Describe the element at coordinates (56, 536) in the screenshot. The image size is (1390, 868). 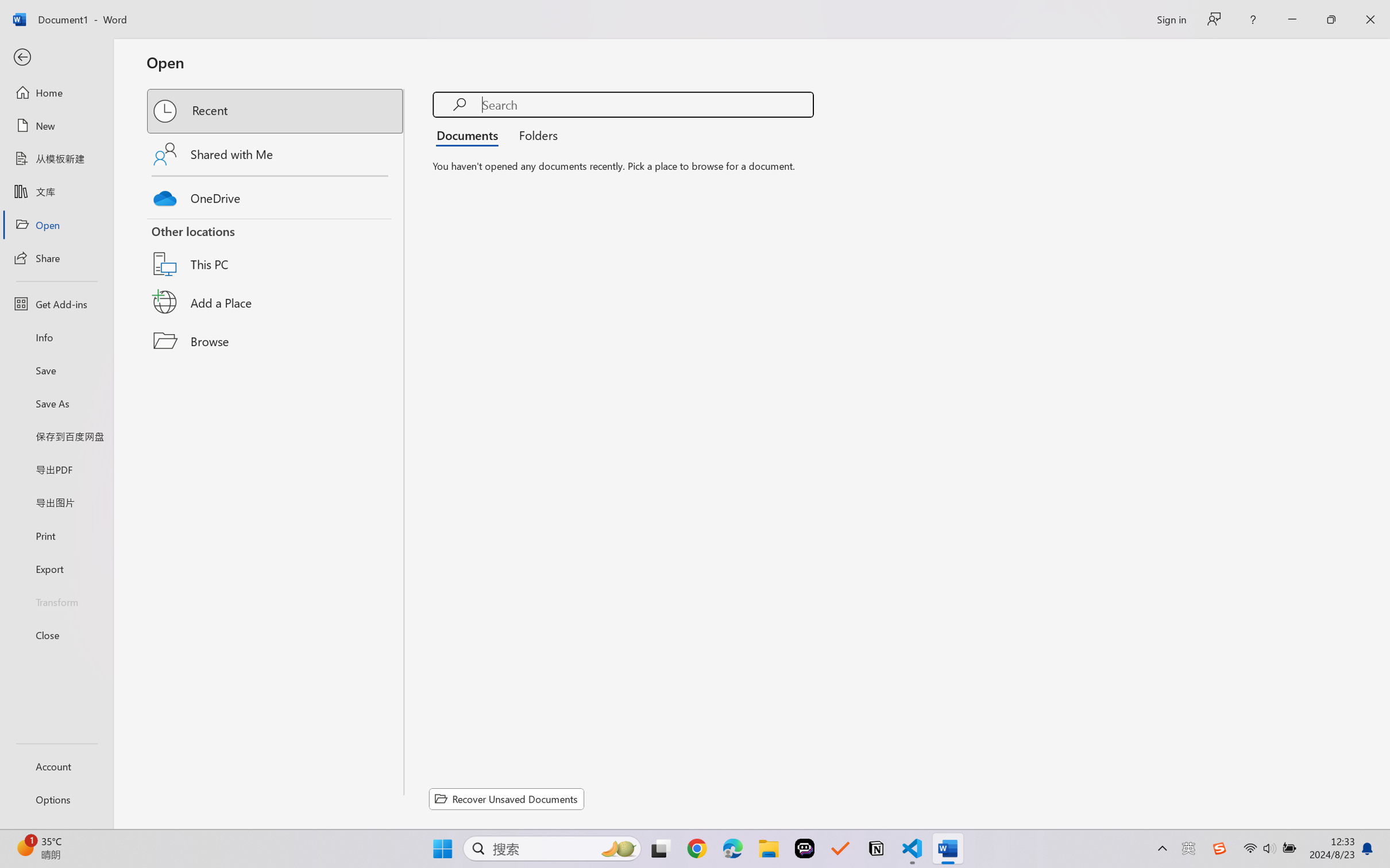
I see `'Print'` at that location.